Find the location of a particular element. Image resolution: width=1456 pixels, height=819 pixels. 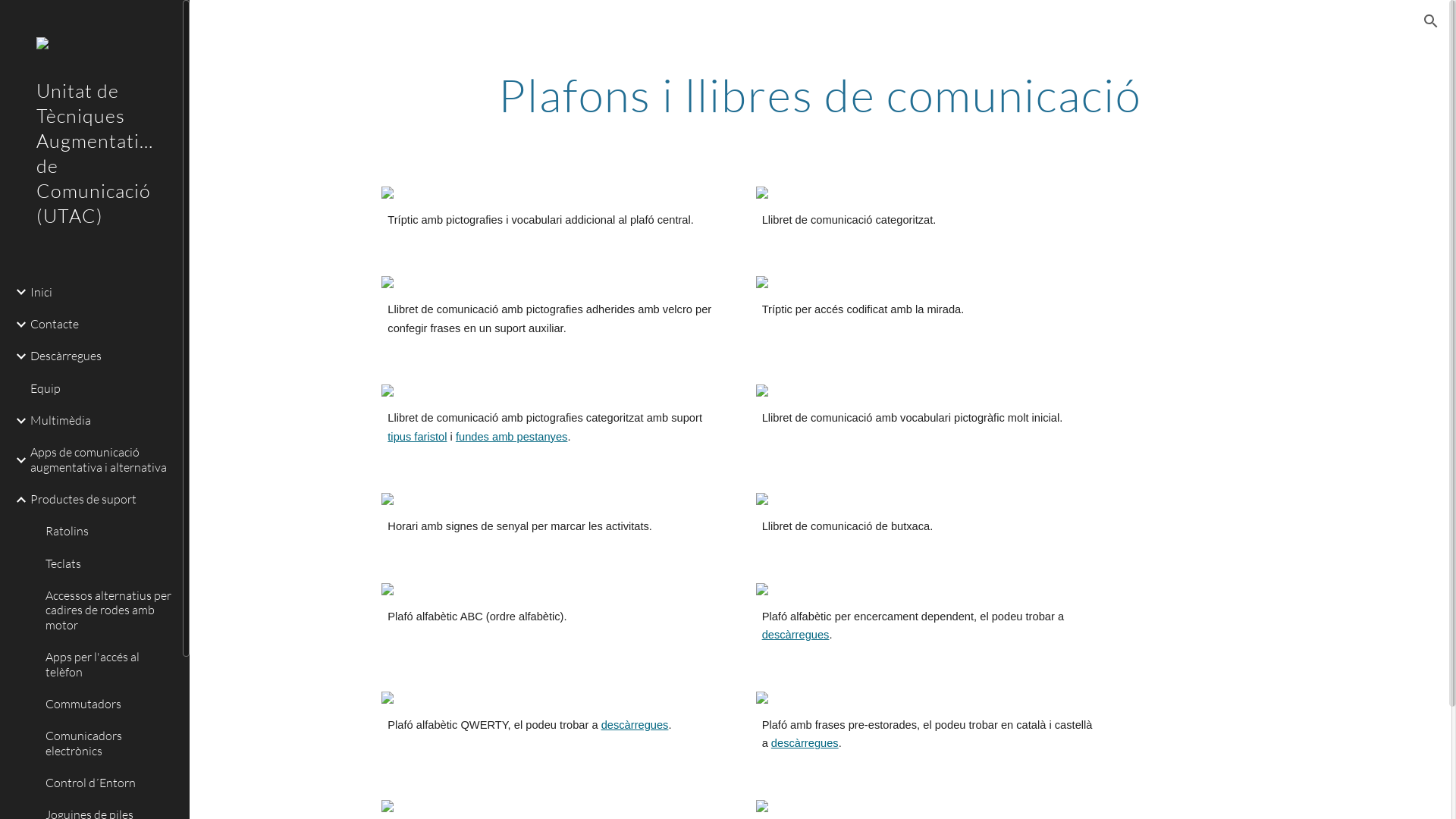

'Equip' is located at coordinates (27, 388).